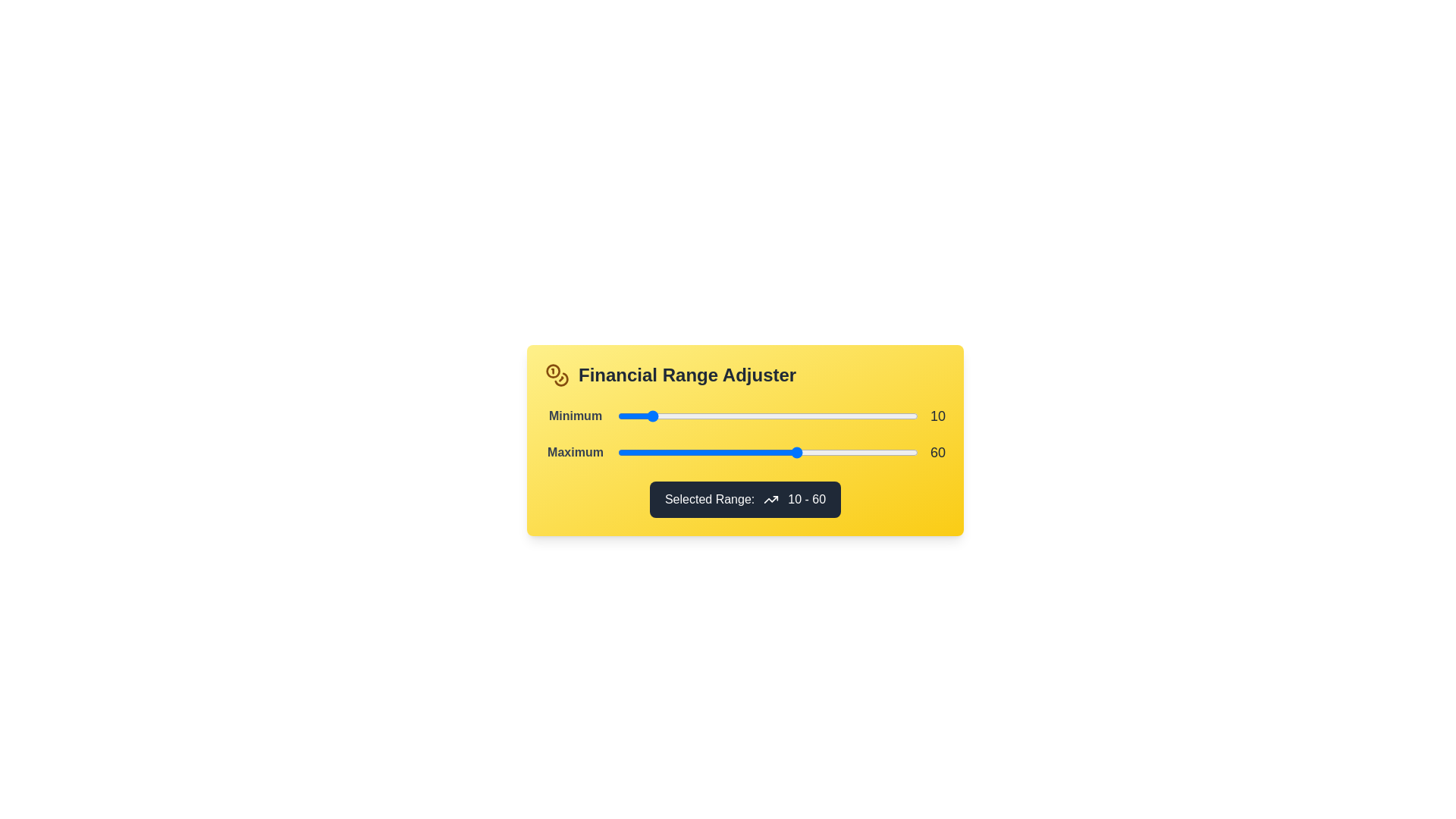 This screenshot has width=1456, height=819. What do you see at coordinates (674, 416) in the screenshot?
I see `the 'Minimum' slider to 19 within its range` at bounding box center [674, 416].